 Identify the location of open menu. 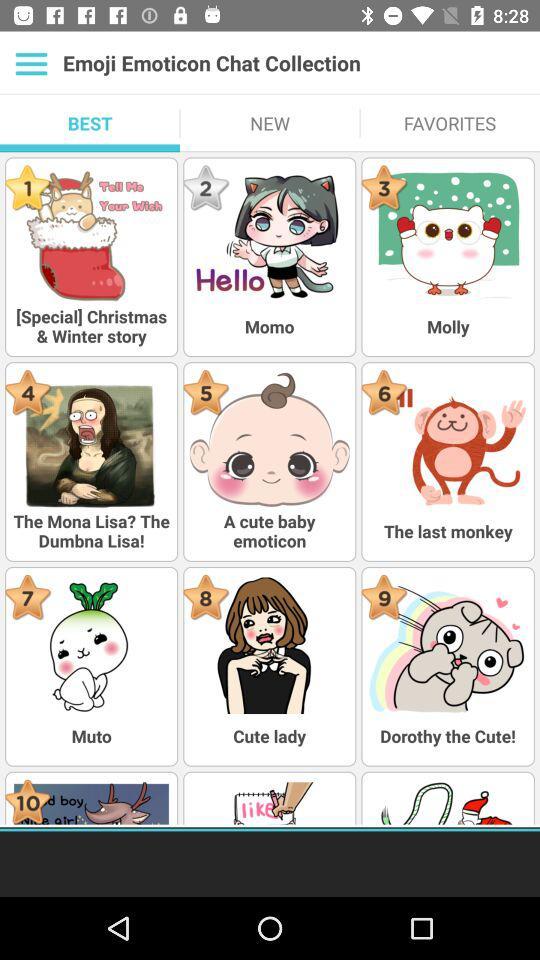
(30, 63).